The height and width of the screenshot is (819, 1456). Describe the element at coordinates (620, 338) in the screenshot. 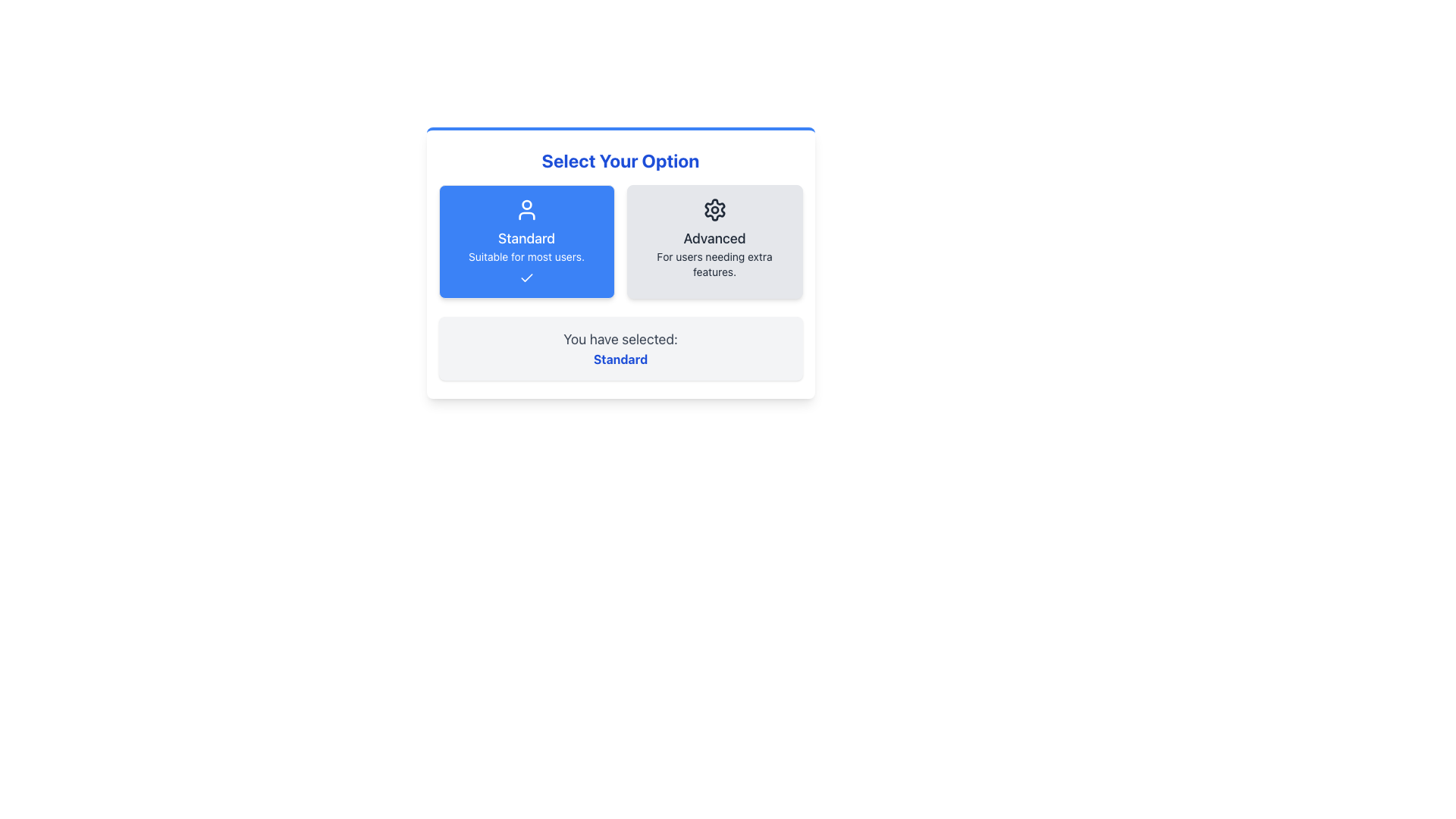

I see `the text label displaying 'You have selected:' in dark gray, positioned above the 'Standard' text element` at that location.